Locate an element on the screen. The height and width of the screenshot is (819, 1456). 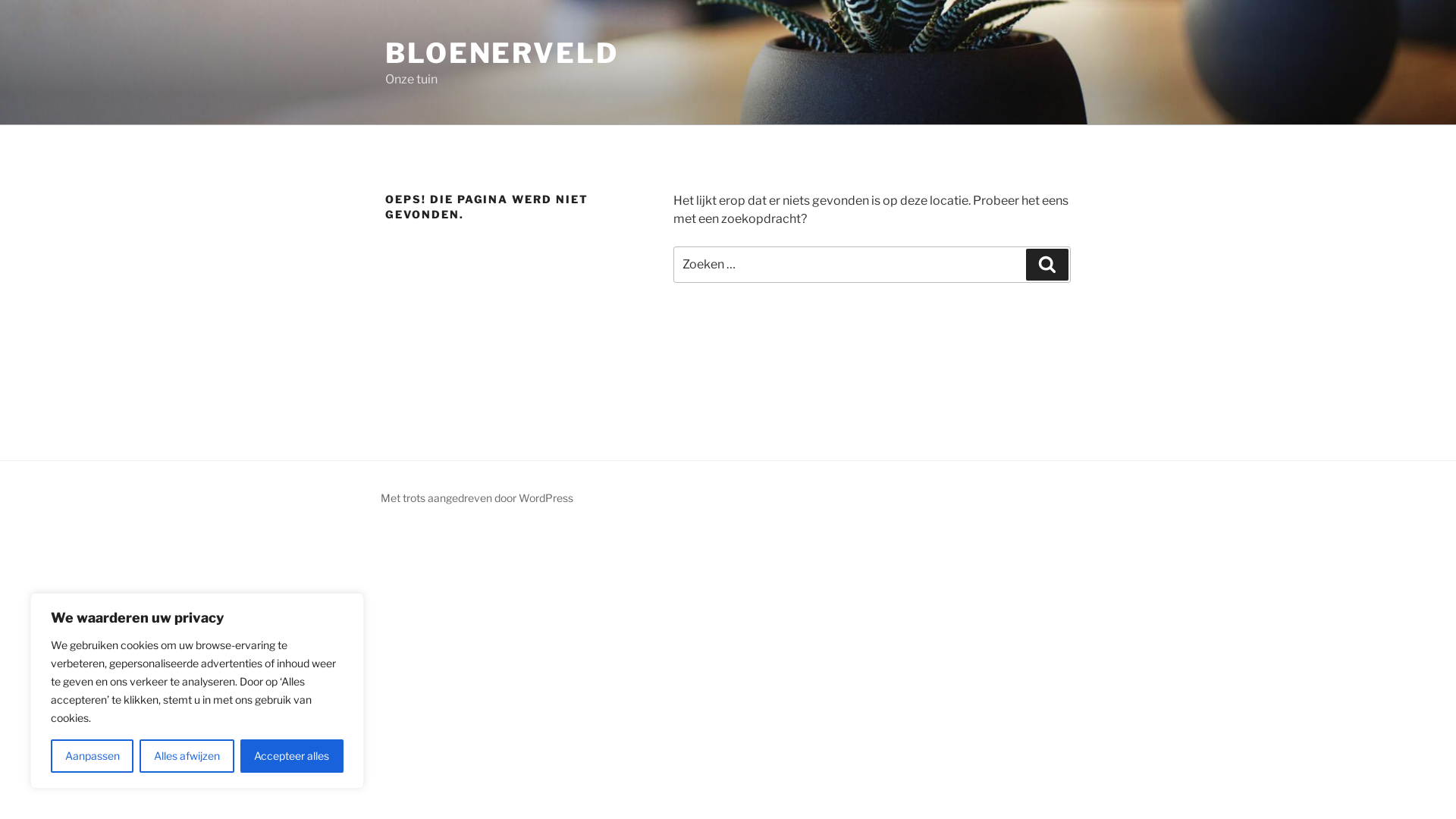
'Met trots aangedreven door WordPress' is located at coordinates (475, 497).